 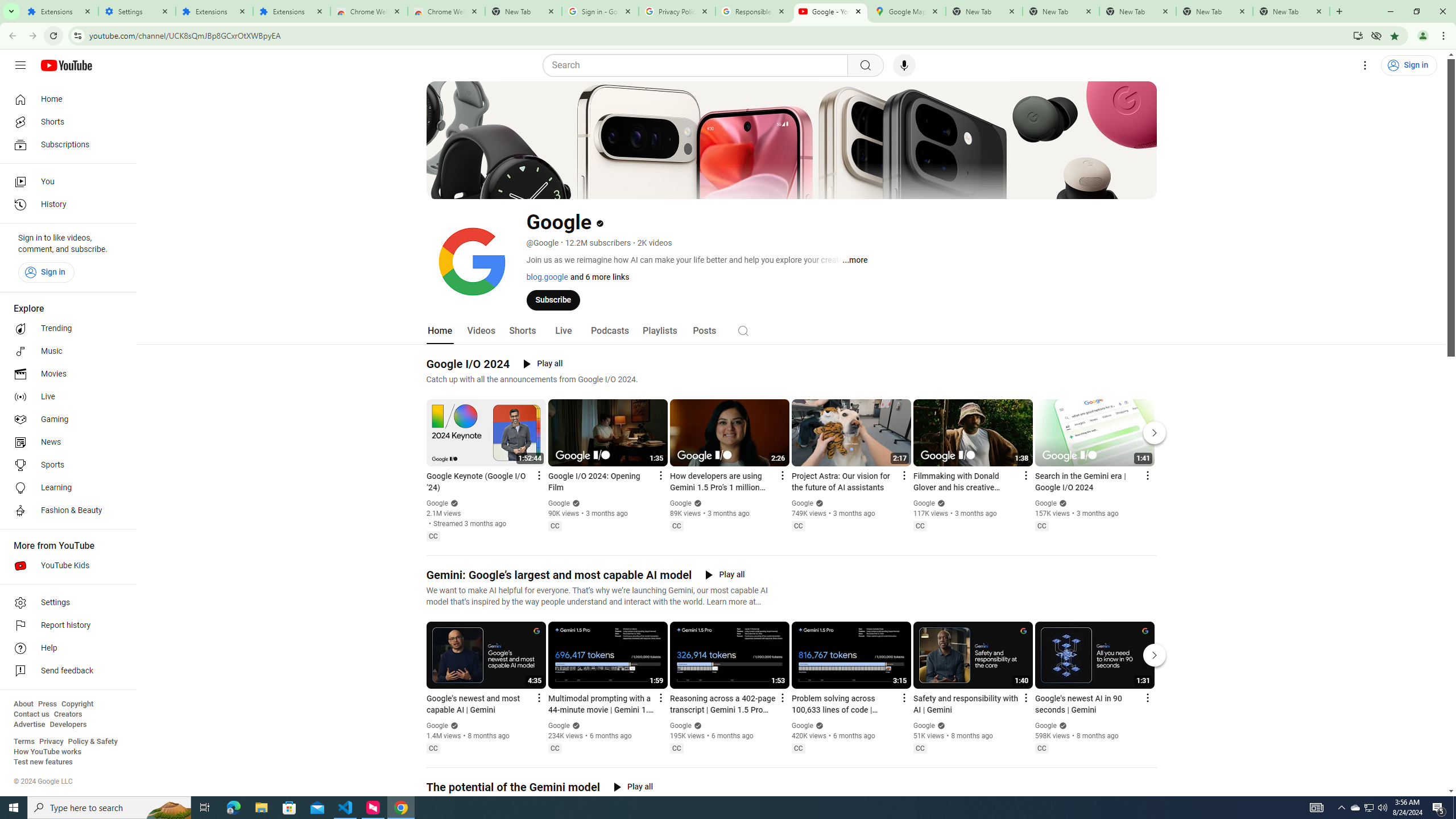 What do you see at coordinates (64, 144) in the screenshot?
I see `'Subscriptions'` at bounding box center [64, 144].